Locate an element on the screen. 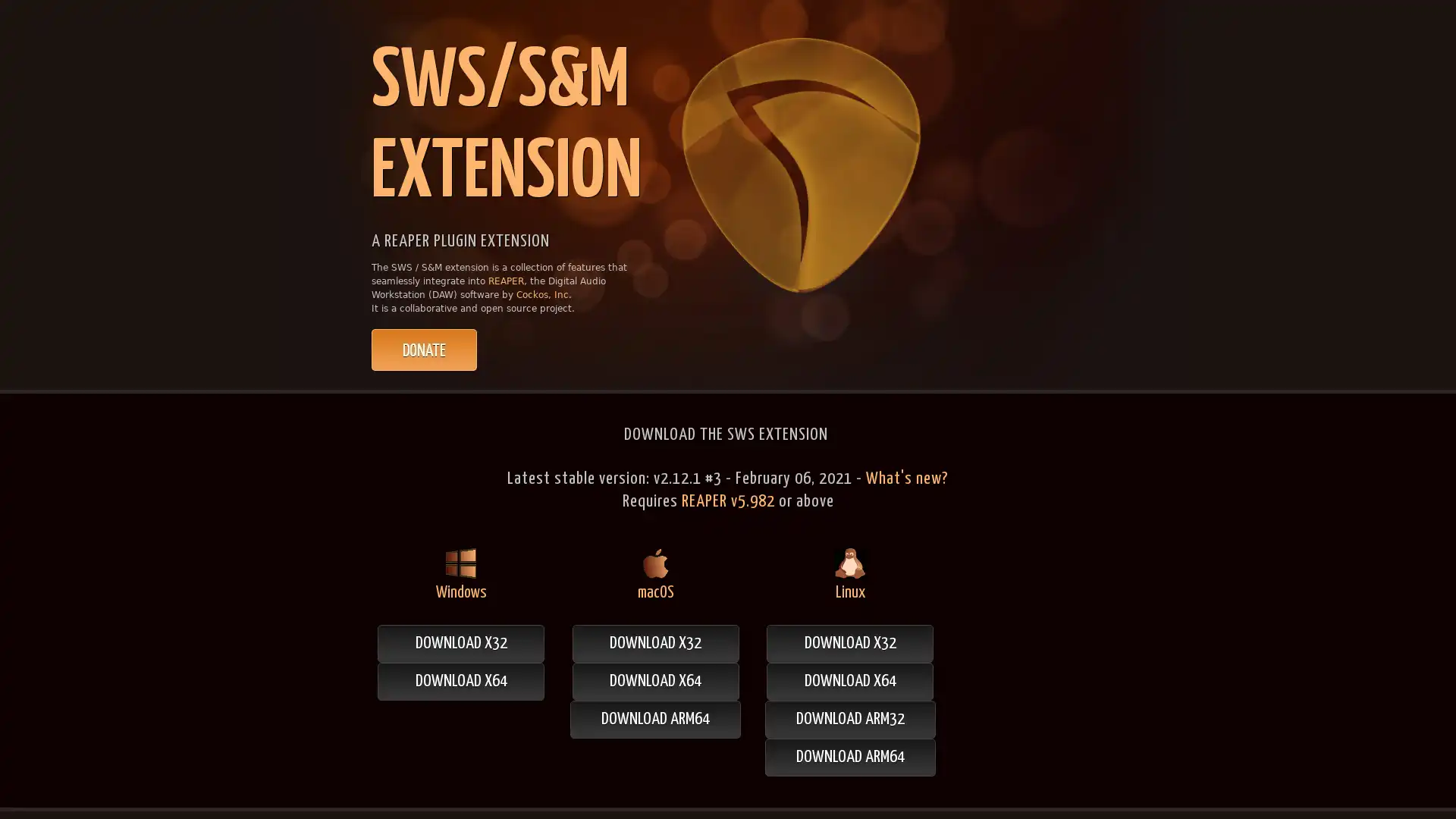 This screenshot has height=819, width=1456. DOWNLOAD X32 is located at coordinates (728, 643).